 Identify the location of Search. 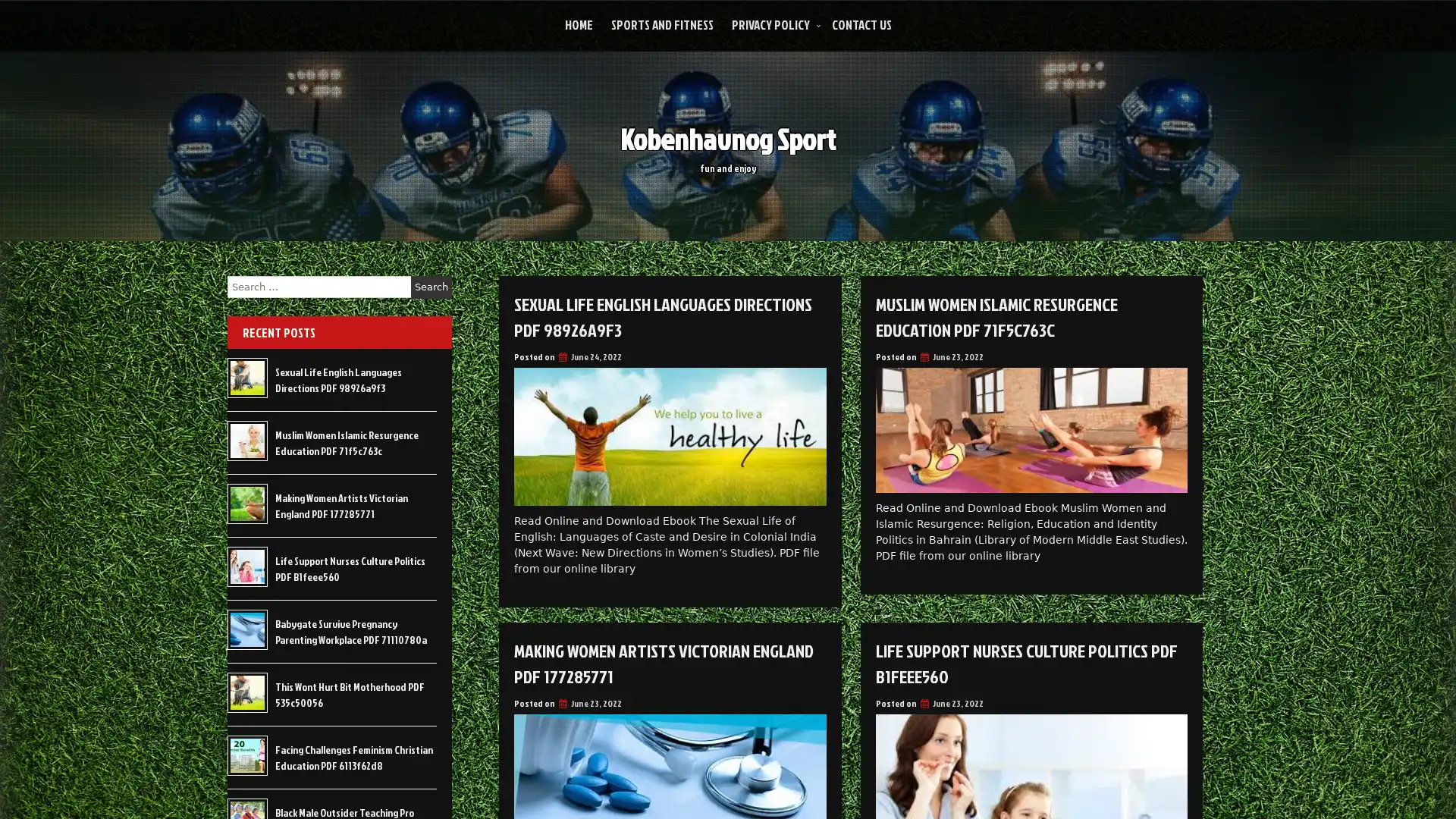
(431, 287).